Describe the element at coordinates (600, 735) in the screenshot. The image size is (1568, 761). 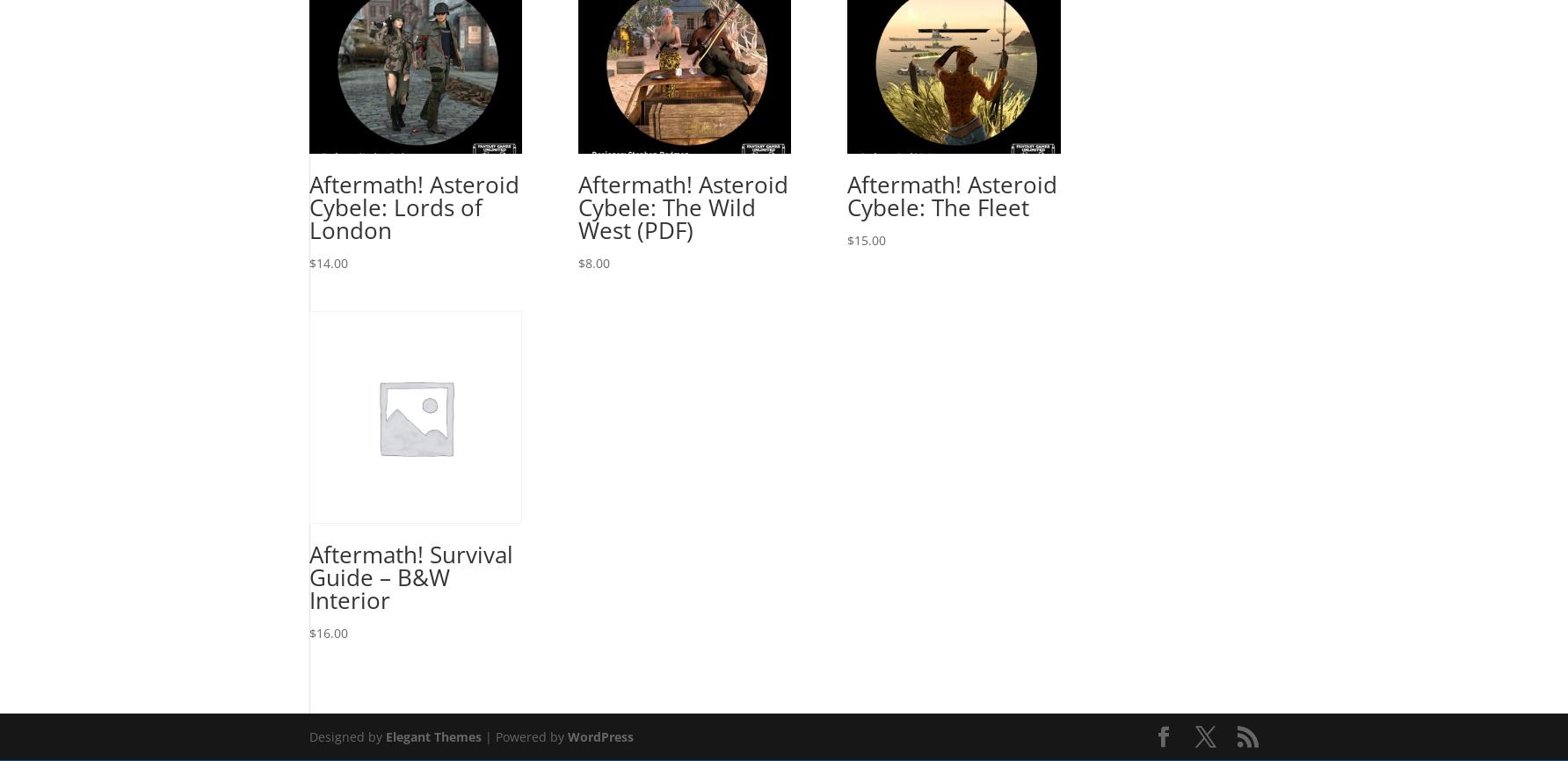
I see `'WordPress'` at that location.